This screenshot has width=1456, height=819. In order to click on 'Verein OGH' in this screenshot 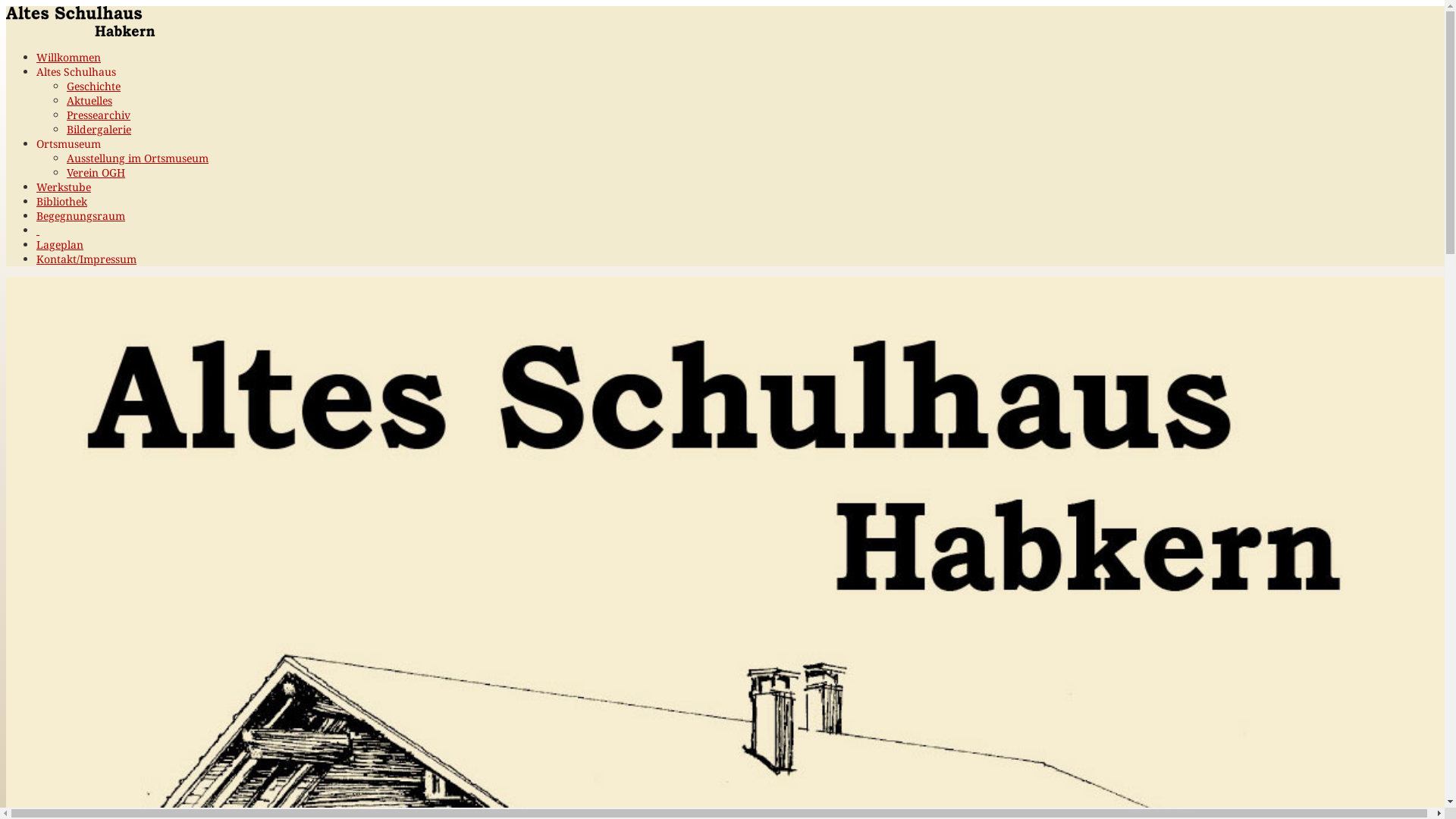, I will do `click(95, 171)`.